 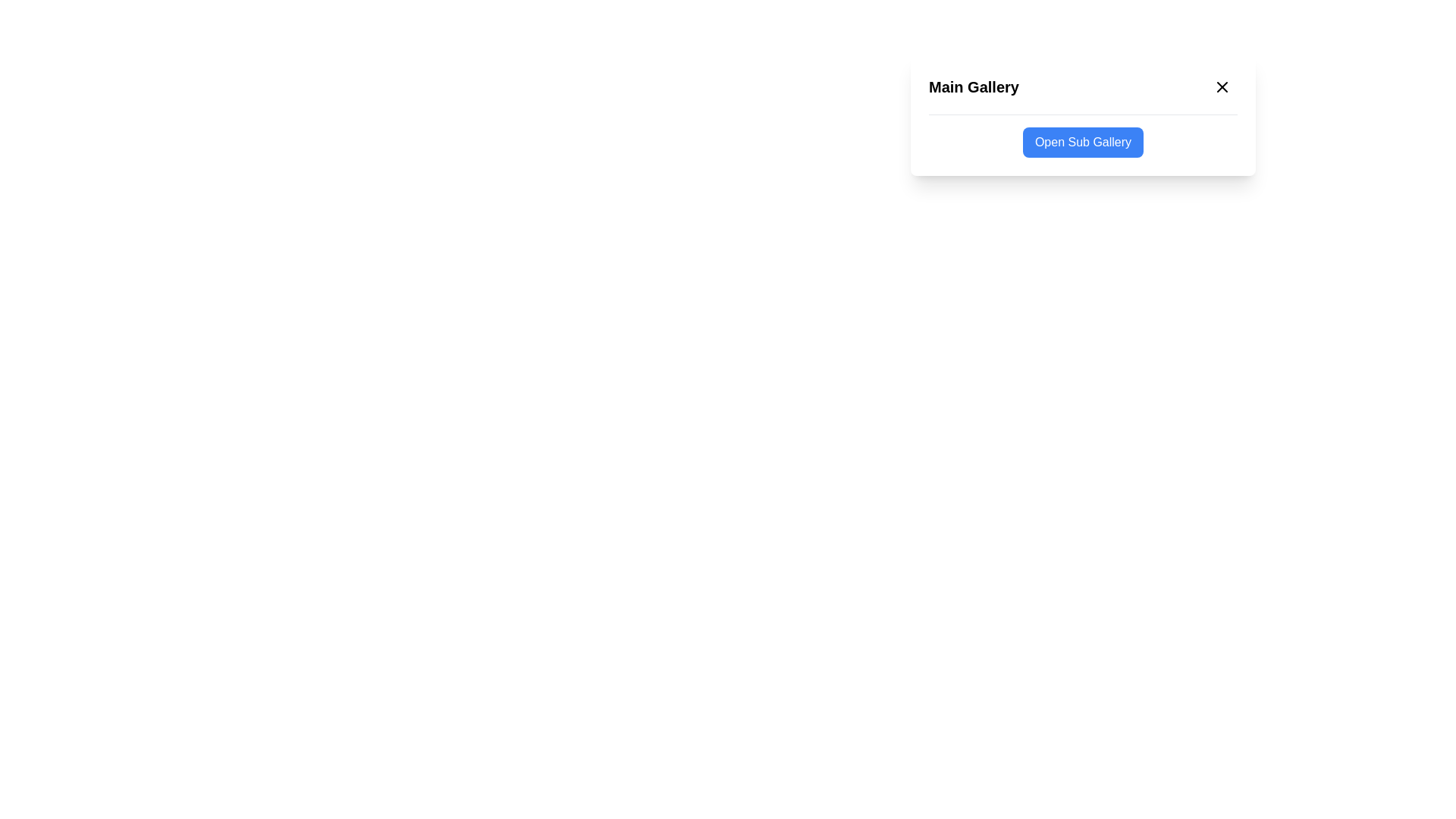 I want to click on the close button containing an 'X' icon located in the top-right corner of the 'Main Gallery' interface, so click(x=1222, y=87).